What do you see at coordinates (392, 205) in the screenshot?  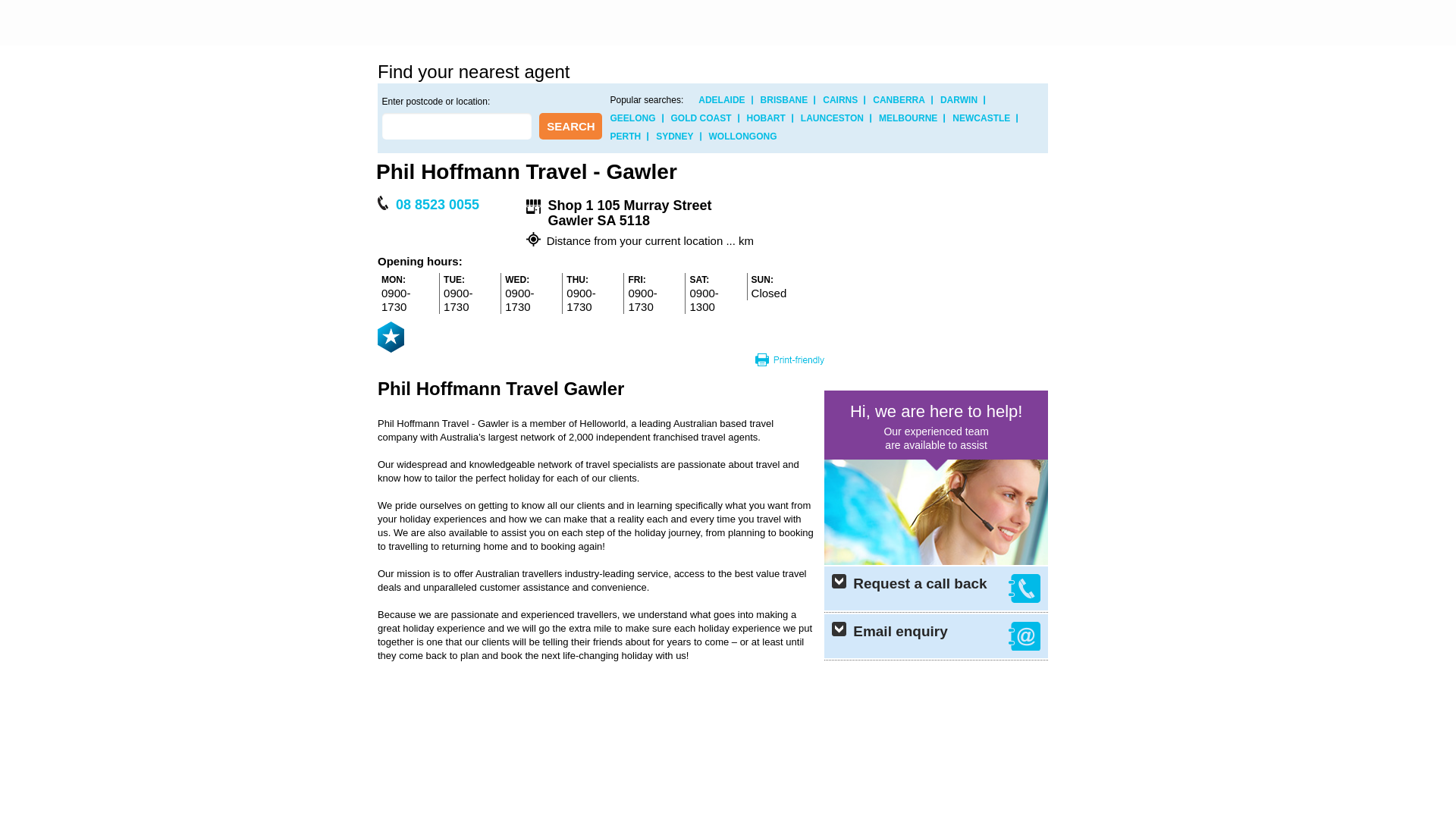 I see `'08 8523 0055'` at bounding box center [392, 205].